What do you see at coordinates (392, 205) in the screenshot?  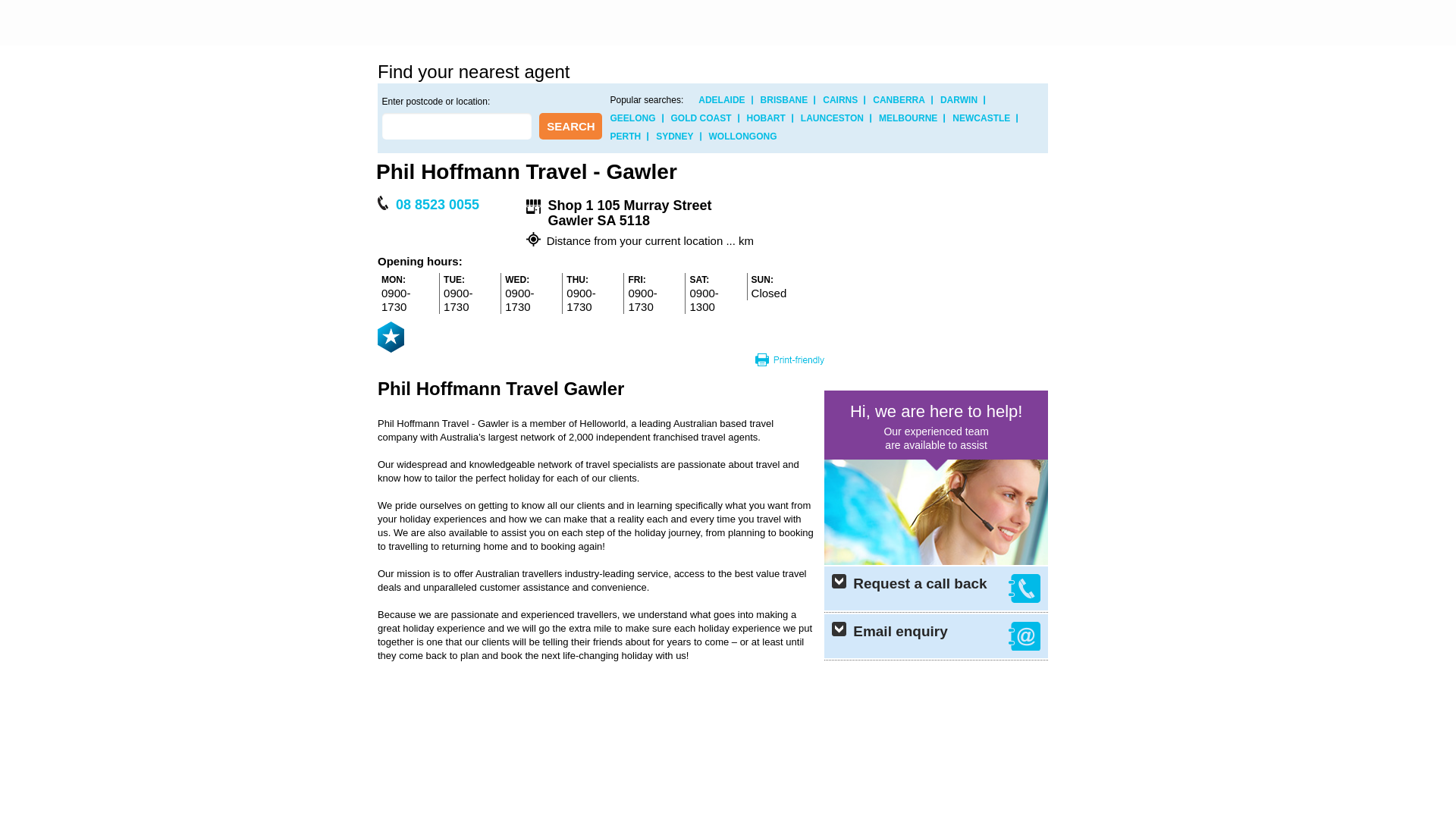 I see `'08 8523 0055'` at bounding box center [392, 205].